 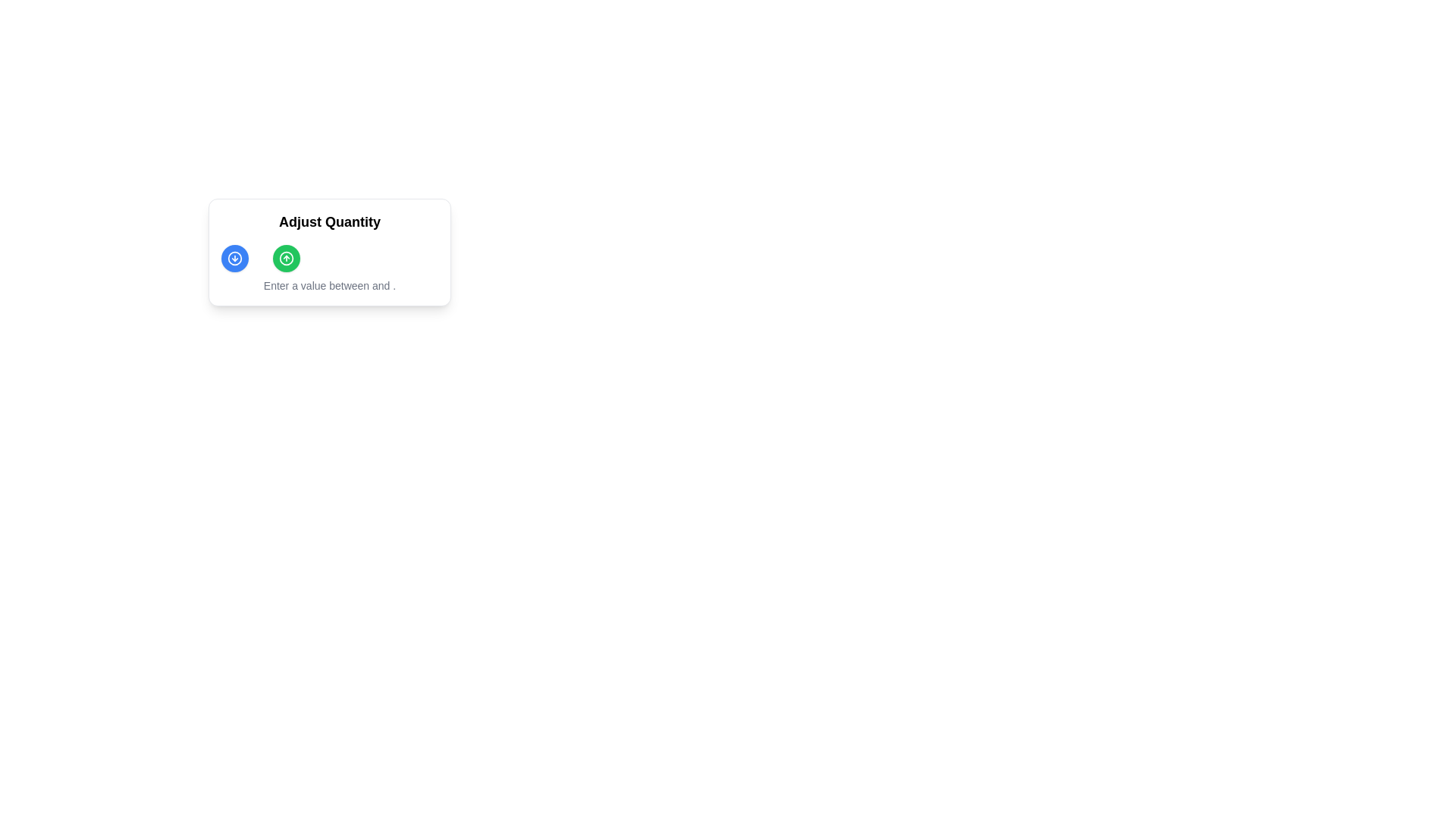 I want to click on the increment button located at the top-center of the 'Adjust Quantity' card, so click(x=287, y=257).